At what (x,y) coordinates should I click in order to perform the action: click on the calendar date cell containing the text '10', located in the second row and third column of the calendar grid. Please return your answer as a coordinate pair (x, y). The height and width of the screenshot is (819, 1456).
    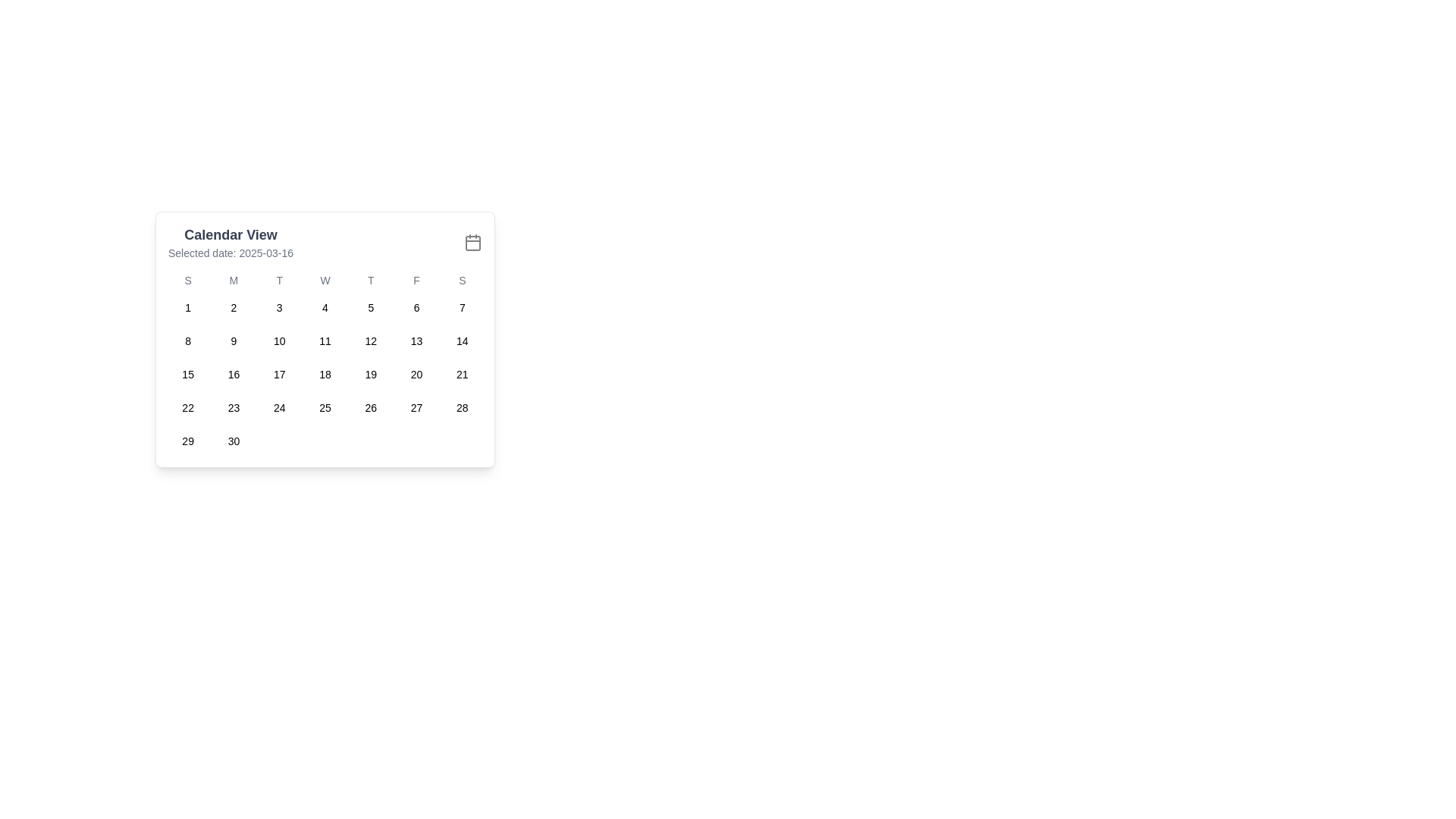
    Looking at the image, I should click on (279, 341).